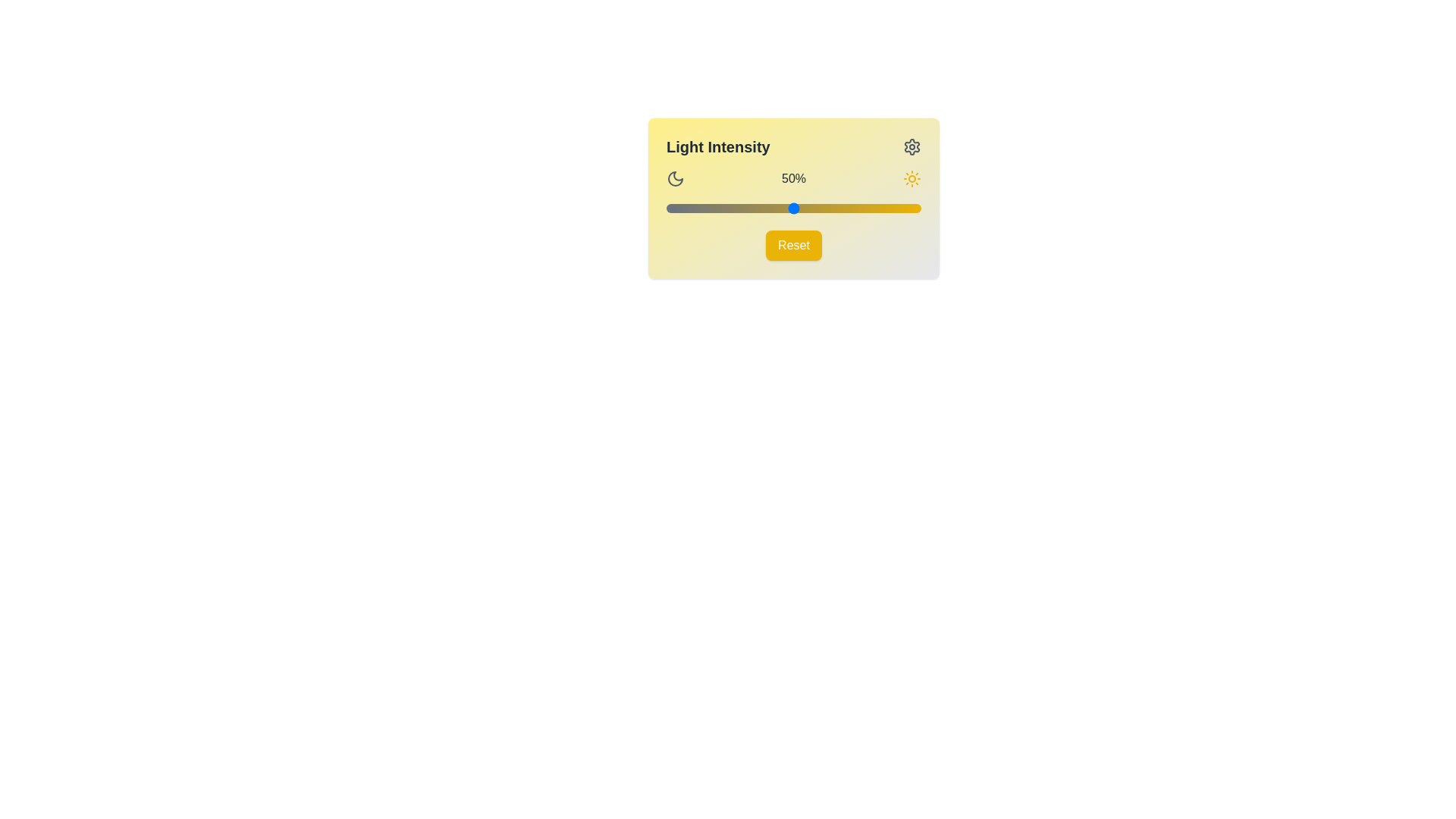 The image size is (1456, 819). I want to click on the brightness slider to 61%, so click(821, 208).